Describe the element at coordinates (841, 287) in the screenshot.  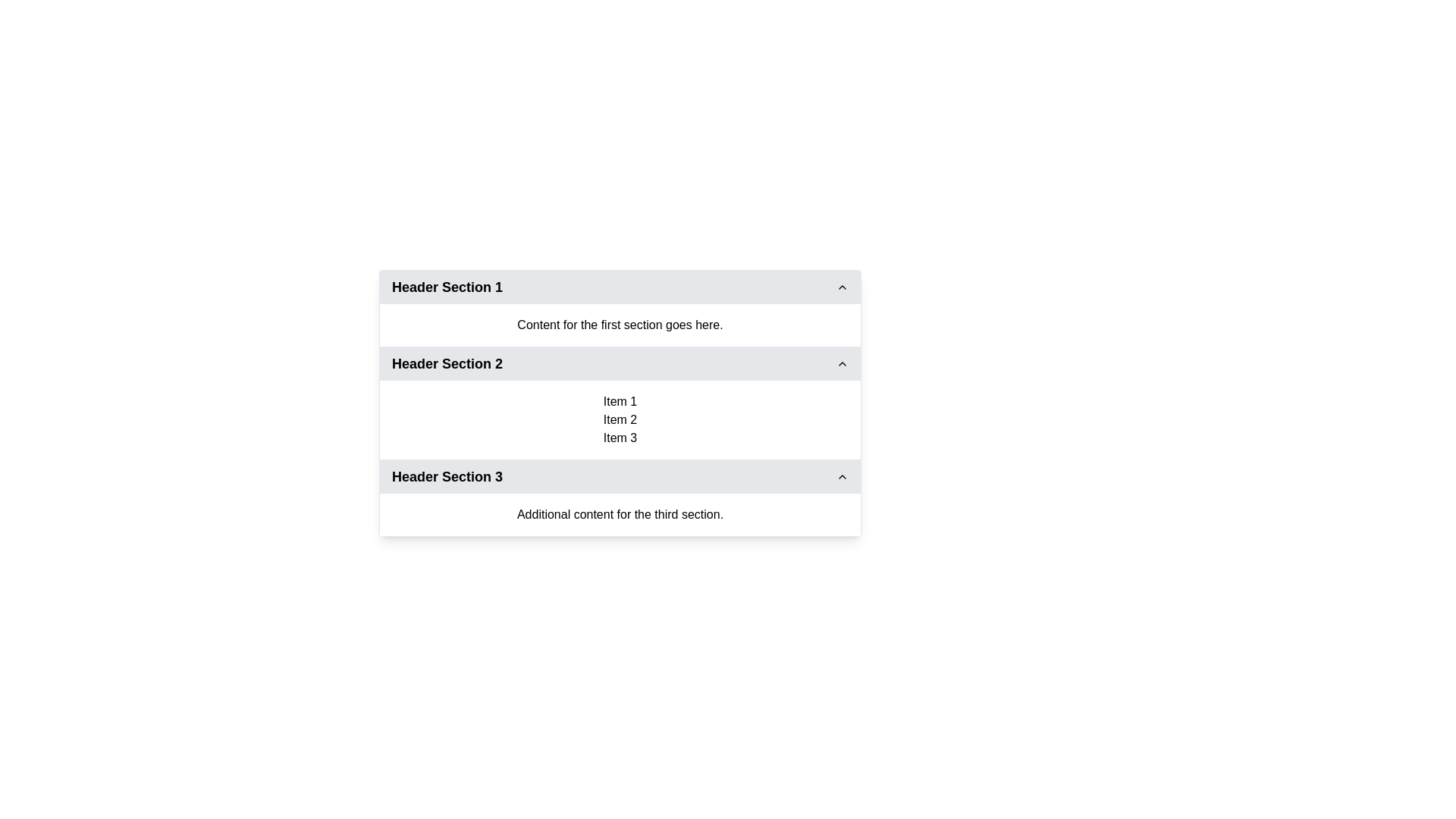
I see `the small, up-pointing chevron icon located at the far right of 'Header Section 1'` at that location.